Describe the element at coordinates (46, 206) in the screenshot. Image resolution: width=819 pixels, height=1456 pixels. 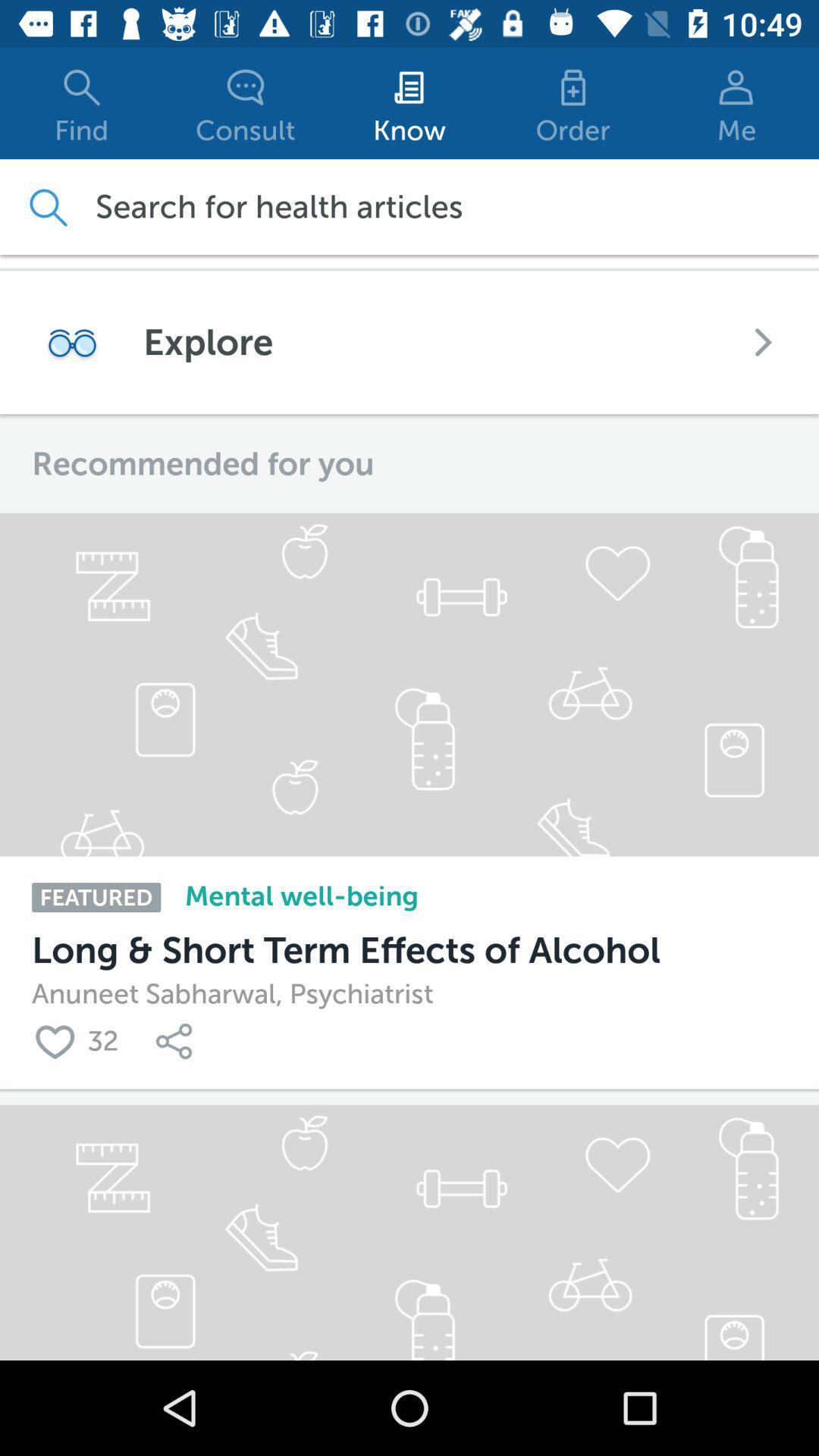
I see `search option` at that location.